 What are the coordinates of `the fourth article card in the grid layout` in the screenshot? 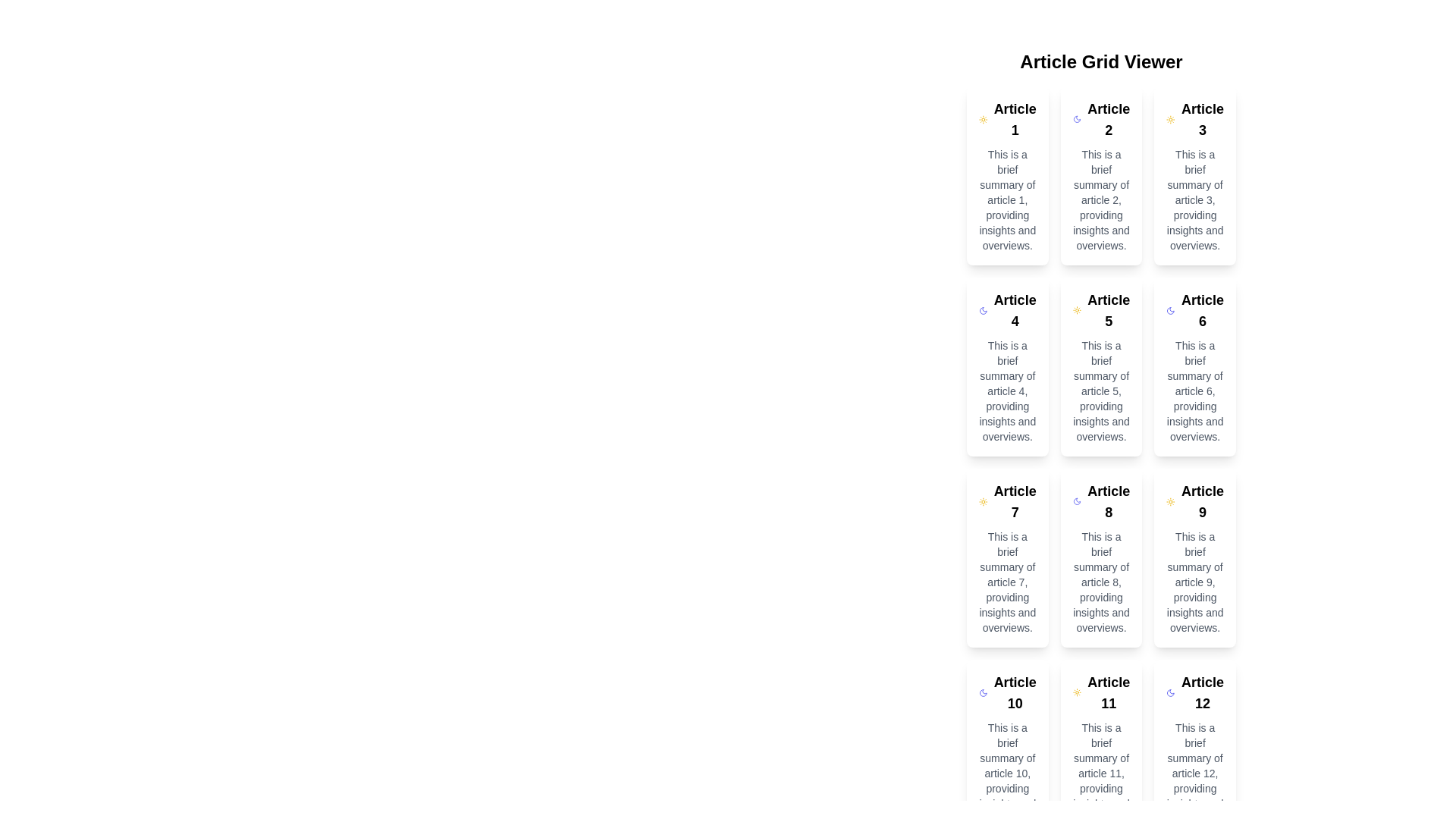 It's located at (1007, 366).